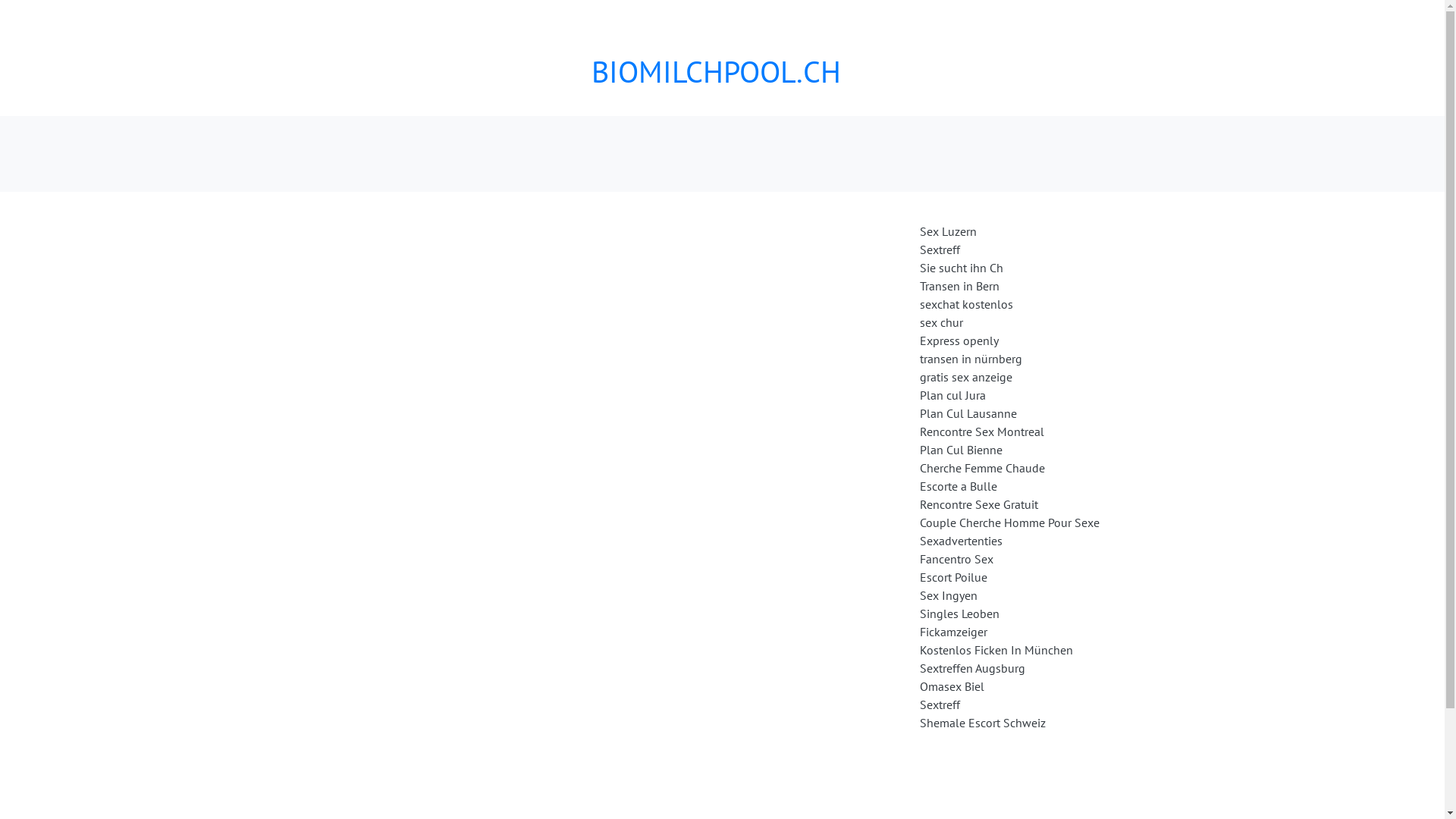 The height and width of the screenshot is (819, 1456). Describe the element at coordinates (959, 540) in the screenshot. I see `'Sexadvertenties'` at that location.